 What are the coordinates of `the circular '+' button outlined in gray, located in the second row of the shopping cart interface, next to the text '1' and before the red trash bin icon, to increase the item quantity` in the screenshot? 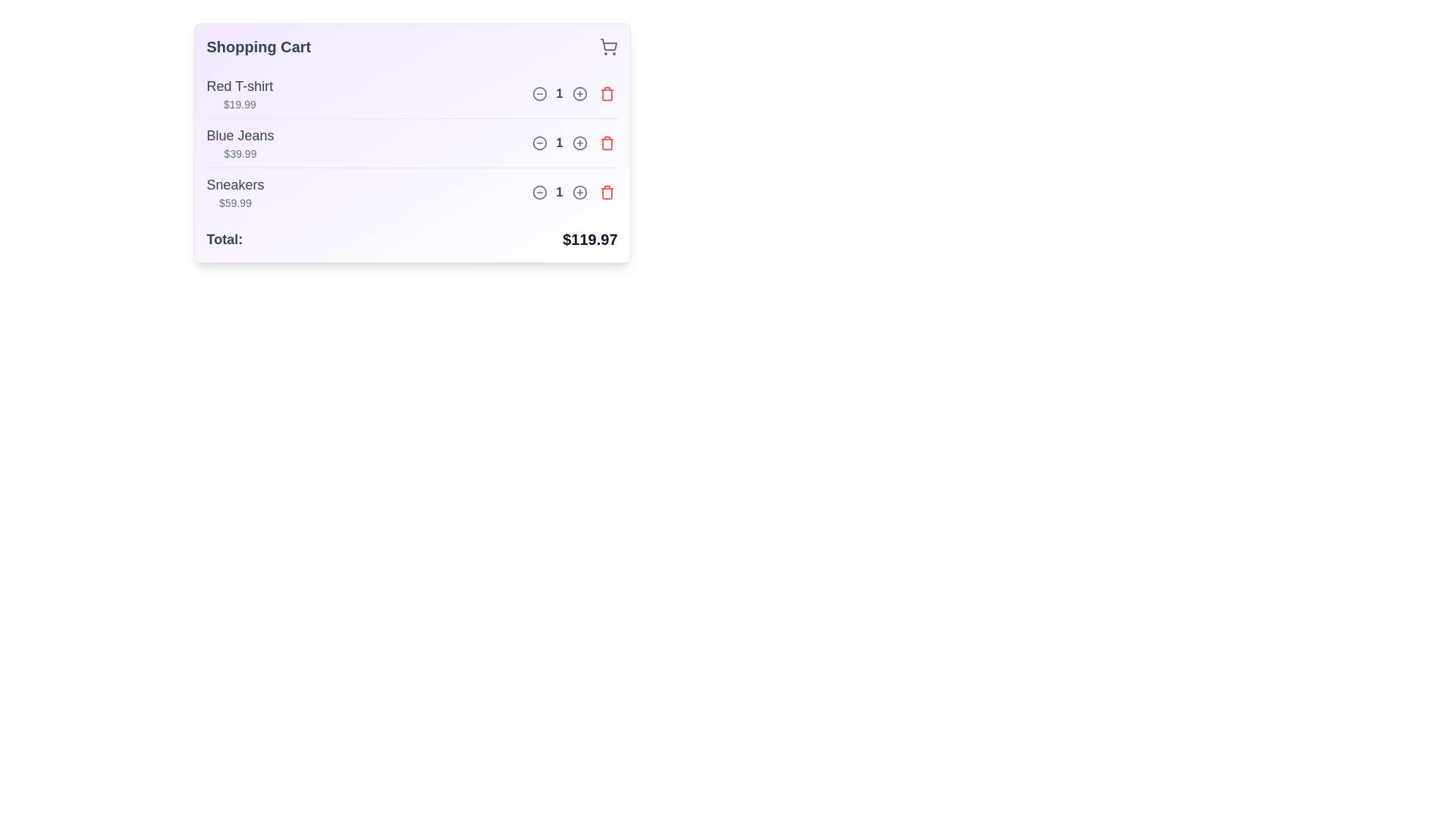 It's located at (579, 143).